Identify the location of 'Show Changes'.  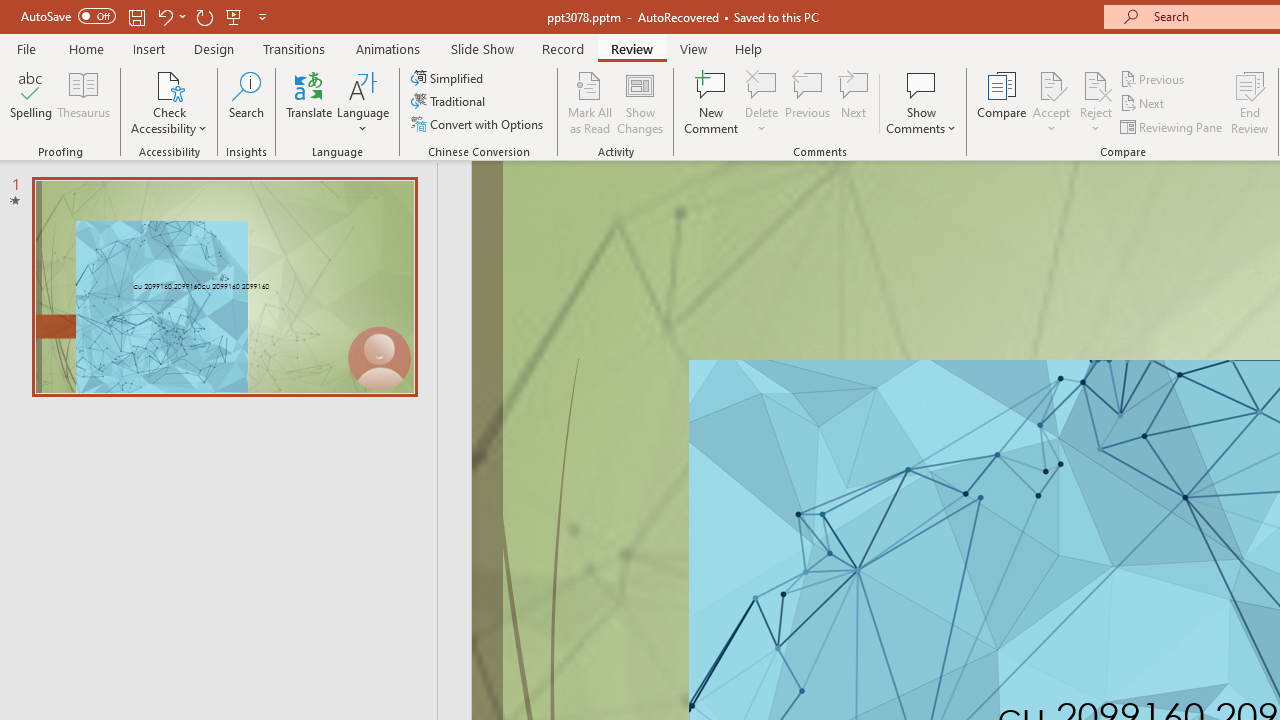
(640, 103).